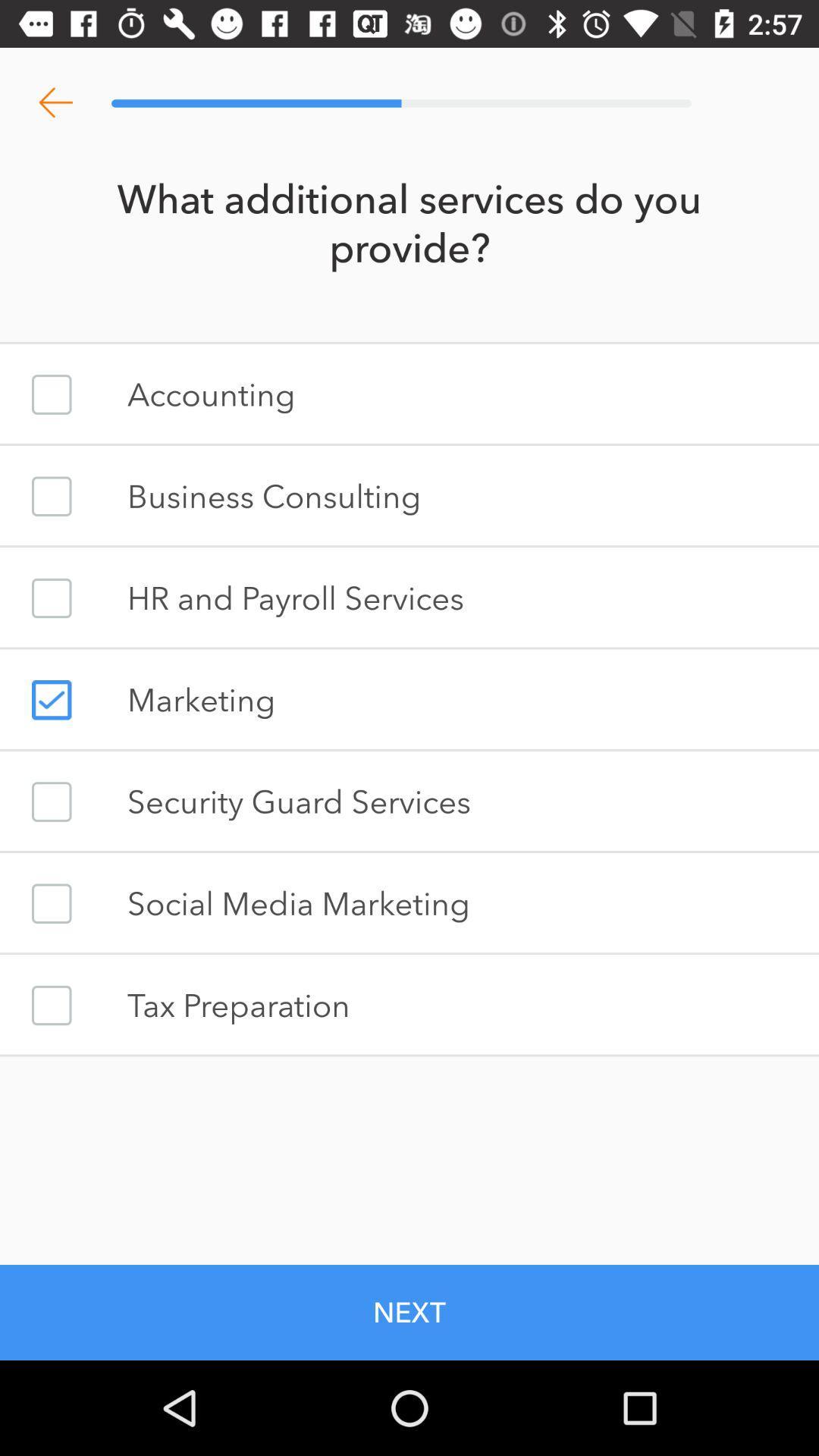 The image size is (819, 1456). What do you see at coordinates (409, 1312) in the screenshot?
I see `item below tax preparation item` at bounding box center [409, 1312].